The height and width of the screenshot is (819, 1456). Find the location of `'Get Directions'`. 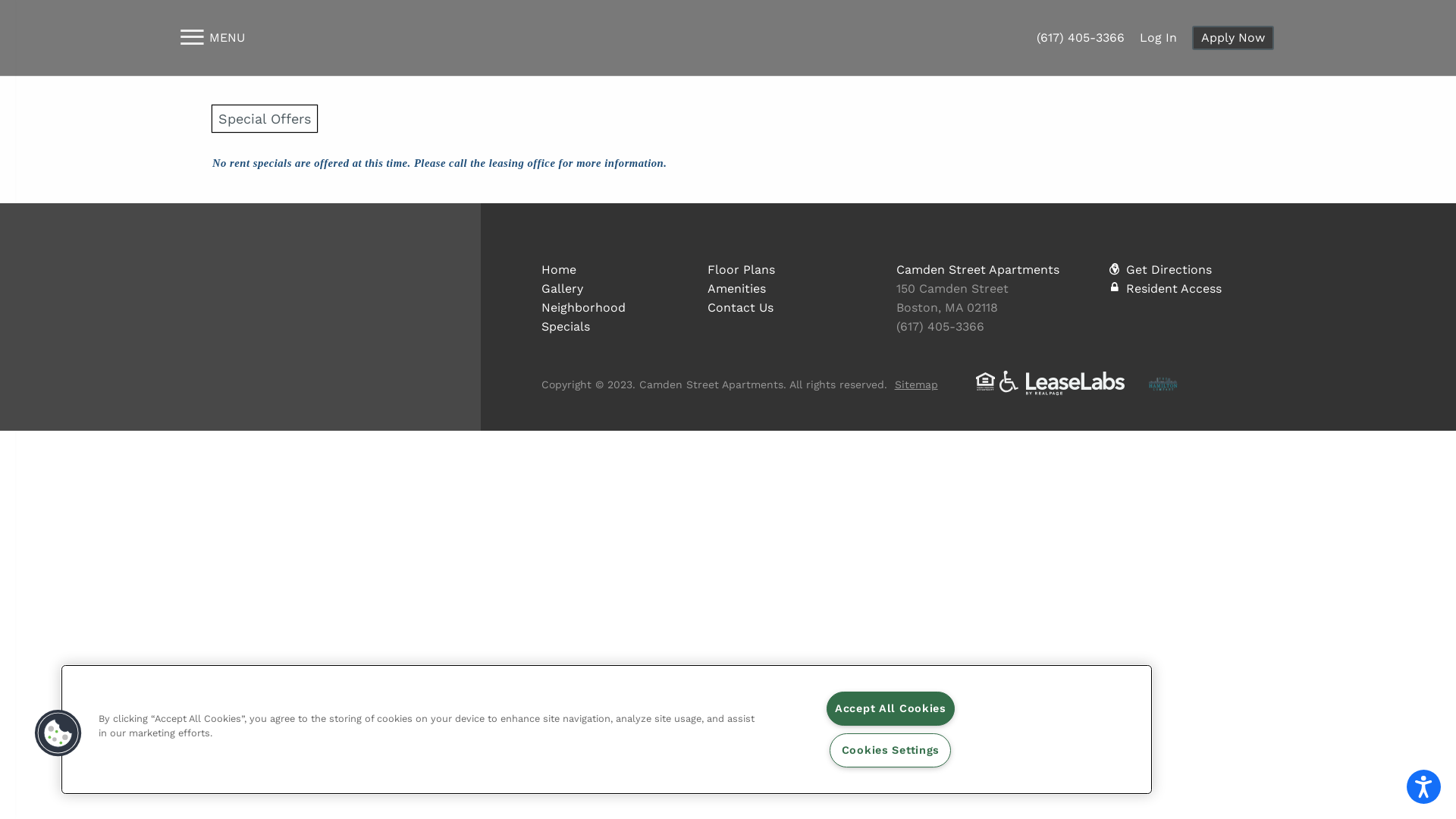

'Get Directions' is located at coordinates (1168, 268).